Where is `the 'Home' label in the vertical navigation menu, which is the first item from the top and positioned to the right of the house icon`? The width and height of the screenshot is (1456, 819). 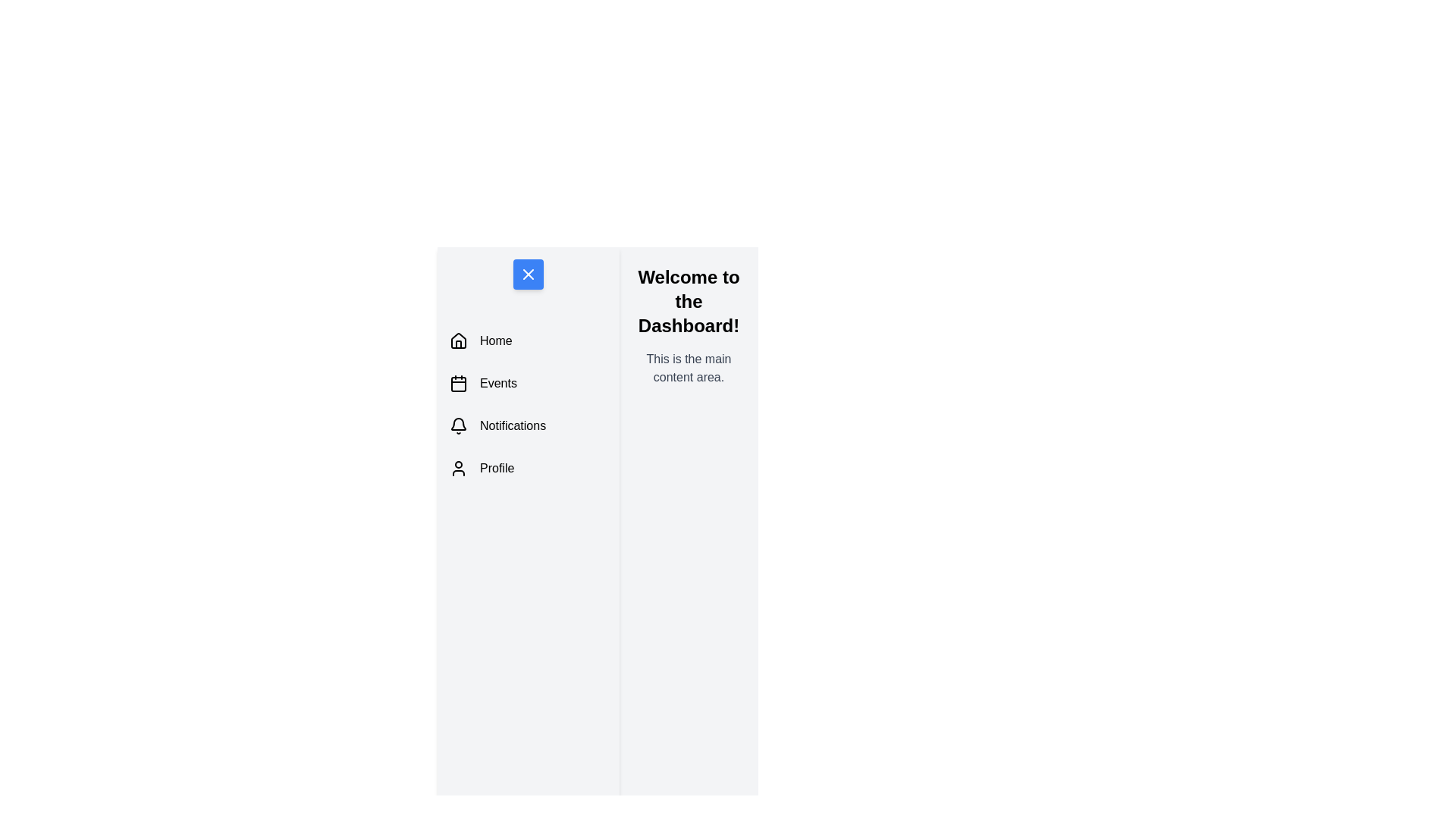
the 'Home' label in the vertical navigation menu, which is the first item from the top and positioned to the right of the house icon is located at coordinates (496, 341).